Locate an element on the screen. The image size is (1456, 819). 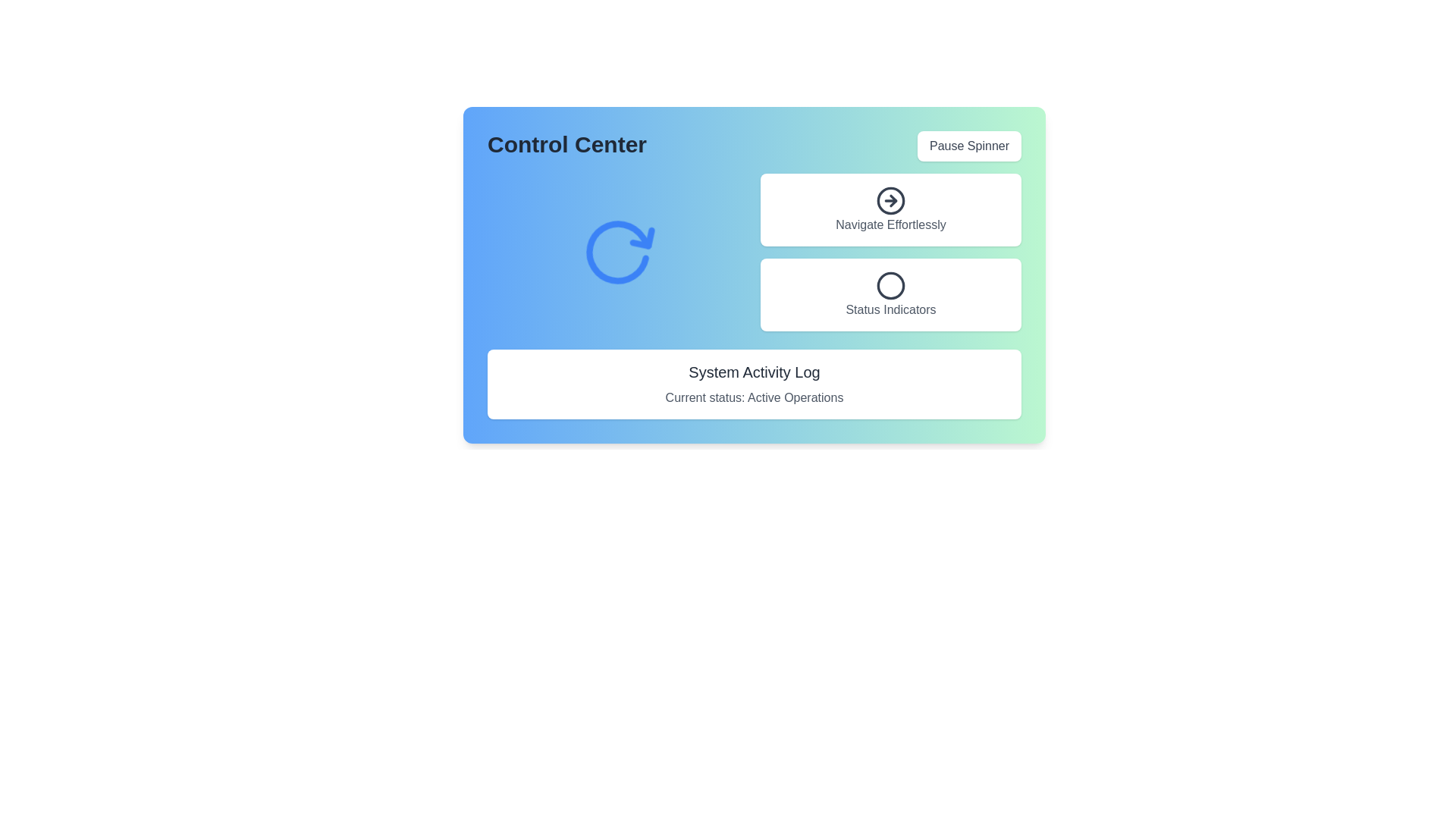
the navigation icon located within the white card labeled 'Navigate Effortlessly', positioned above the 'Status Indicators' card is located at coordinates (891, 200).